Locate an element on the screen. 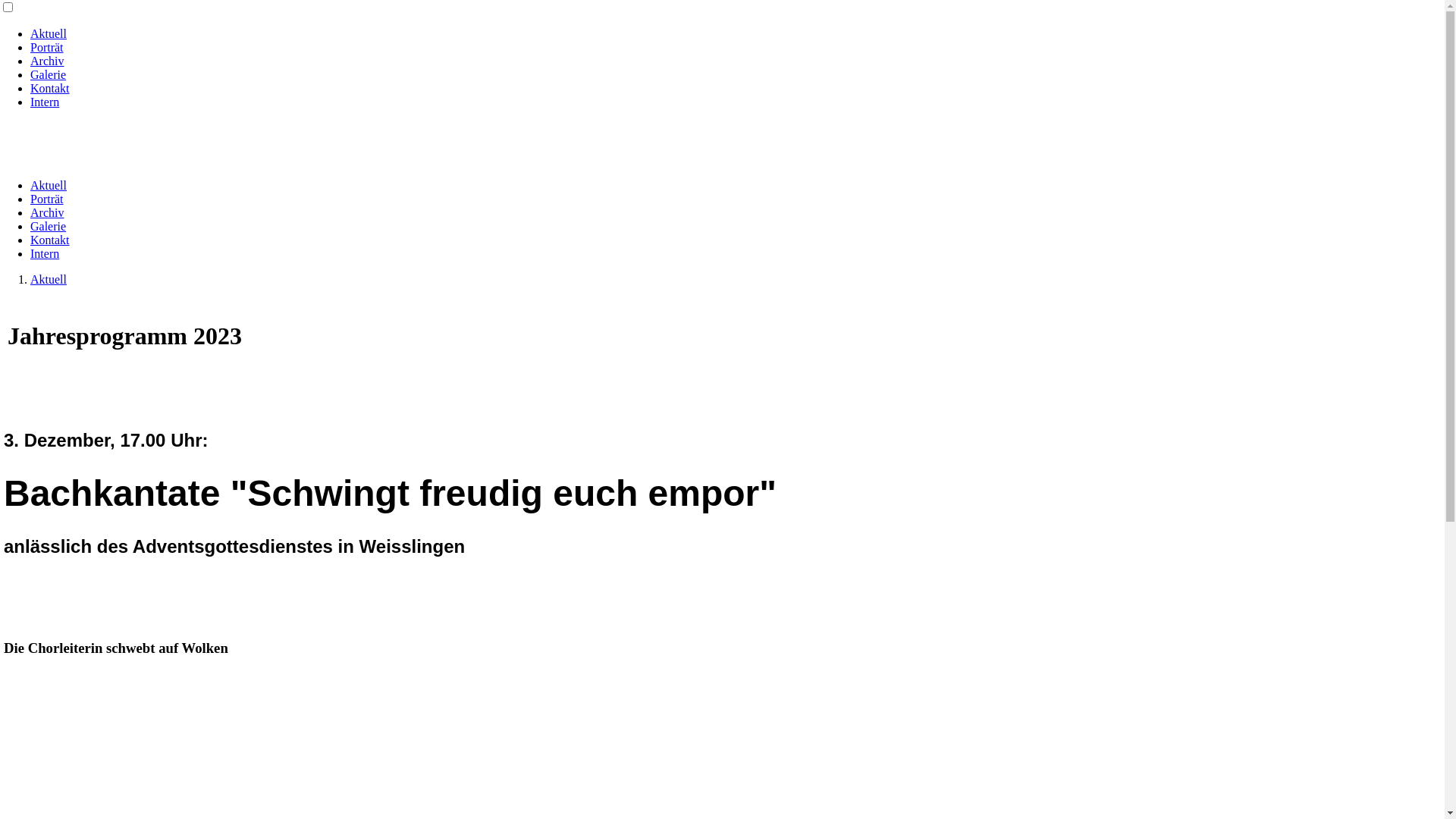  'Archiv' is located at coordinates (47, 60).